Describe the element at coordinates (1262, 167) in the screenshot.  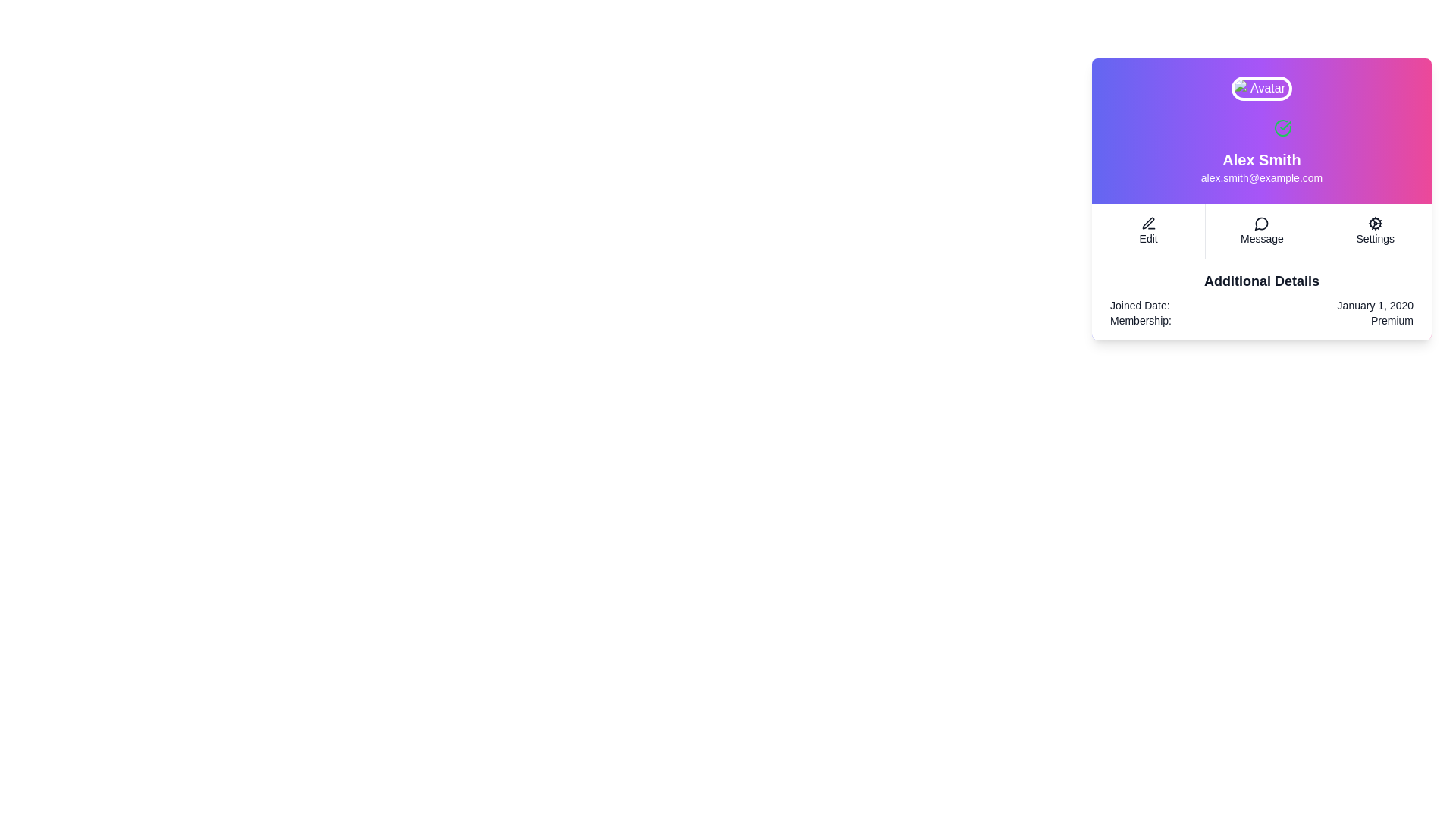
I see `the text display showing the user's name 'Alex Smith' and email 'alex.smith@example.com' which is centrally aligned within a card-like interface` at that location.